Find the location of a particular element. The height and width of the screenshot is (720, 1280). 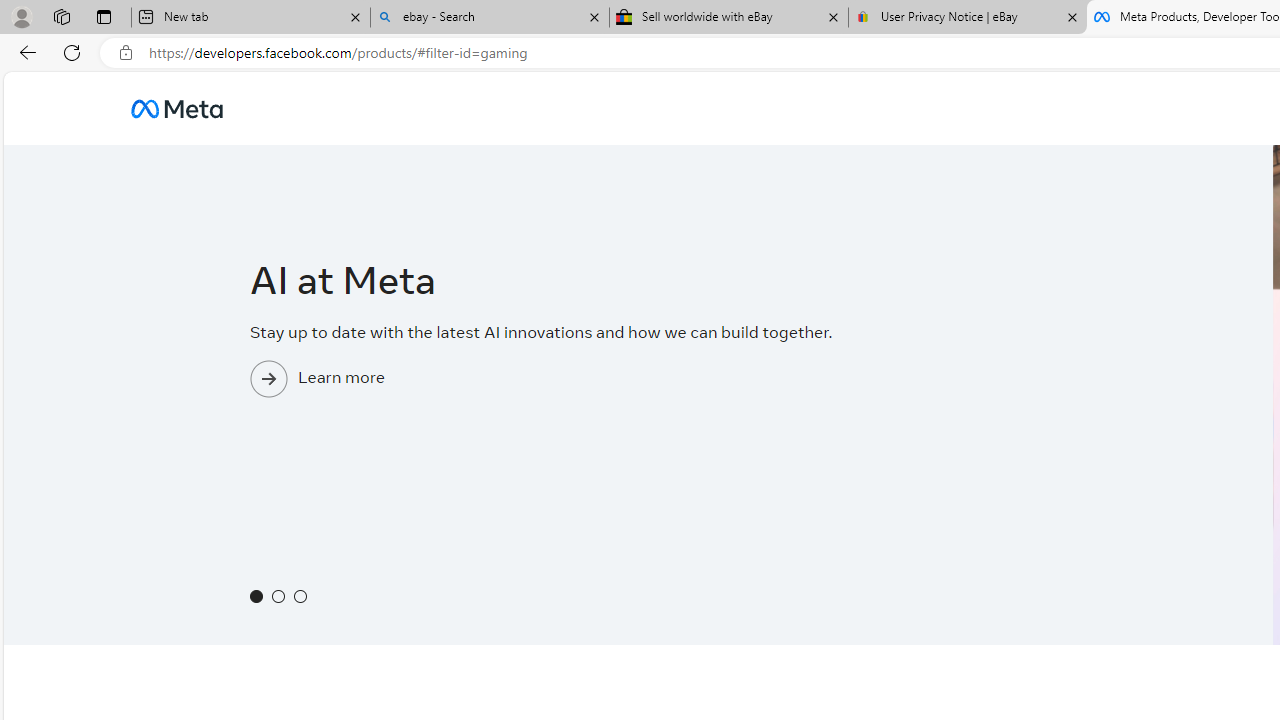

'User Privacy Notice | eBay' is located at coordinates (967, 17).